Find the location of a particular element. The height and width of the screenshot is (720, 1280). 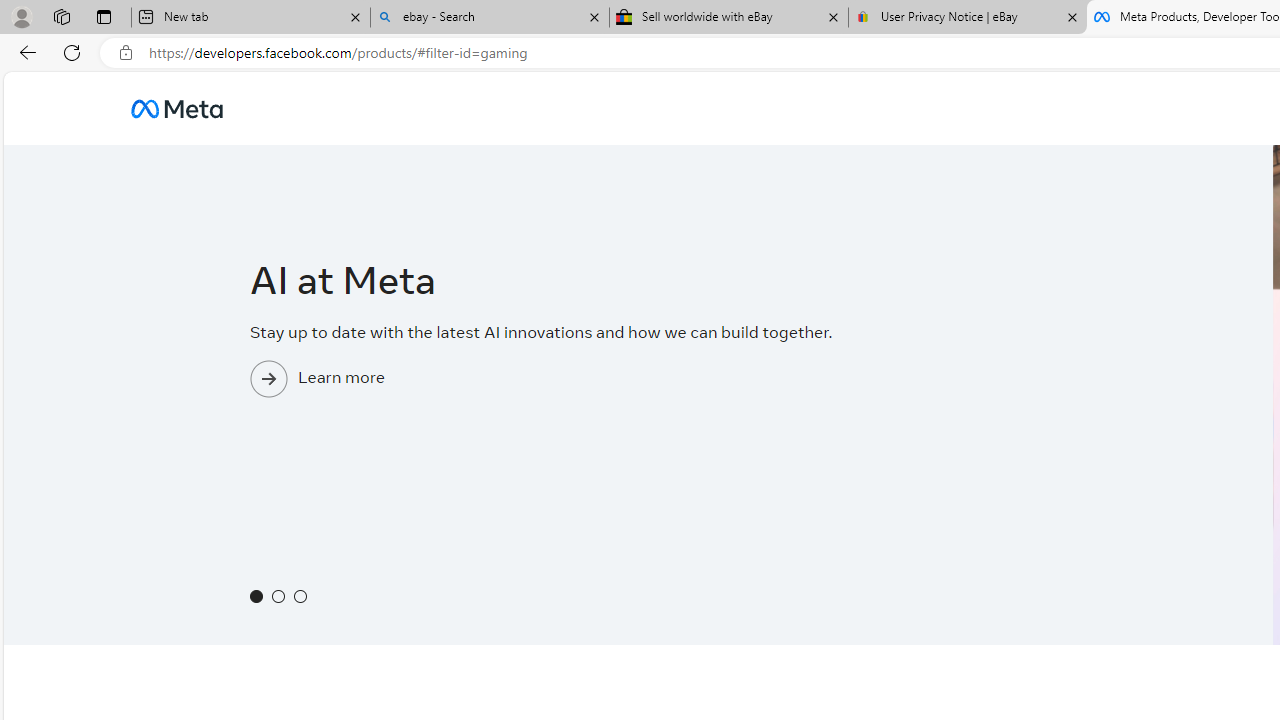

'User Privacy Notice | eBay' is located at coordinates (967, 17).